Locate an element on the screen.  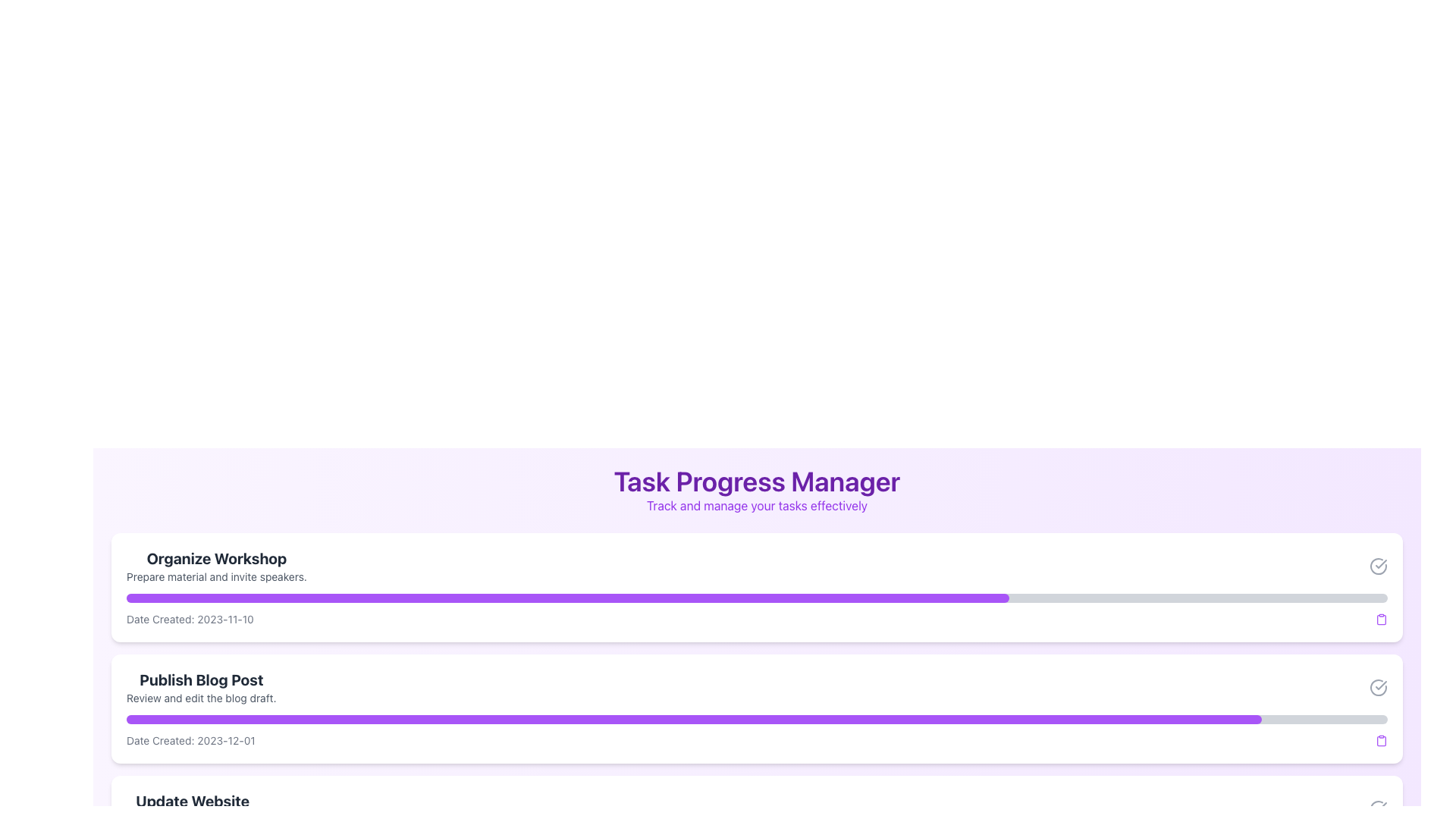
text contained in the descriptor label under the 'Organize Workshop' heading, which provides further explanation or instruction related to the task is located at coordinates (215, 576).